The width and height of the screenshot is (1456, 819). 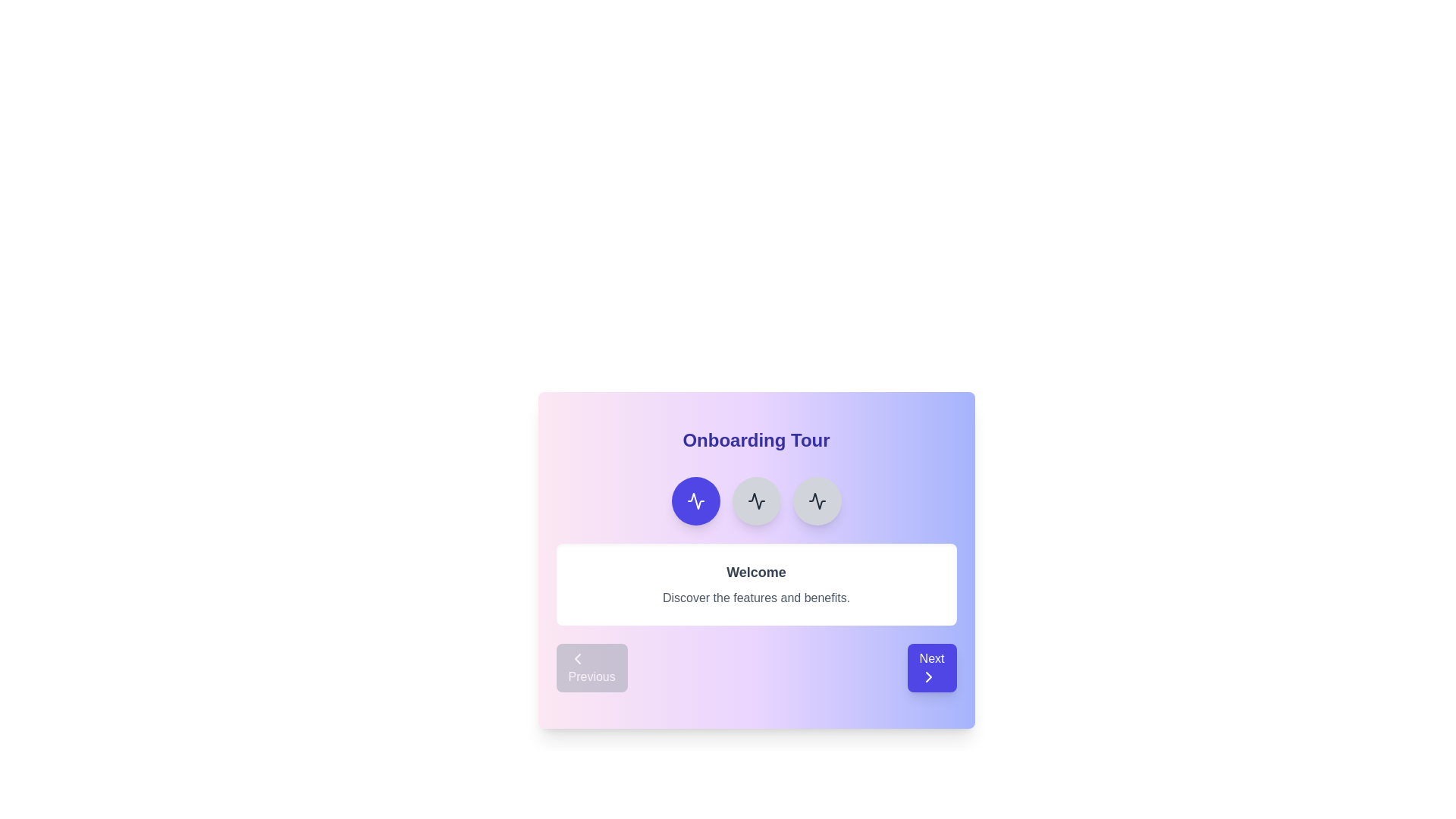 I want to click on the chevron icon located inside the 'Next' button at the bottom right of the onboarding card interface, which indicates the transition to the next step, so click(x=927, y=676).